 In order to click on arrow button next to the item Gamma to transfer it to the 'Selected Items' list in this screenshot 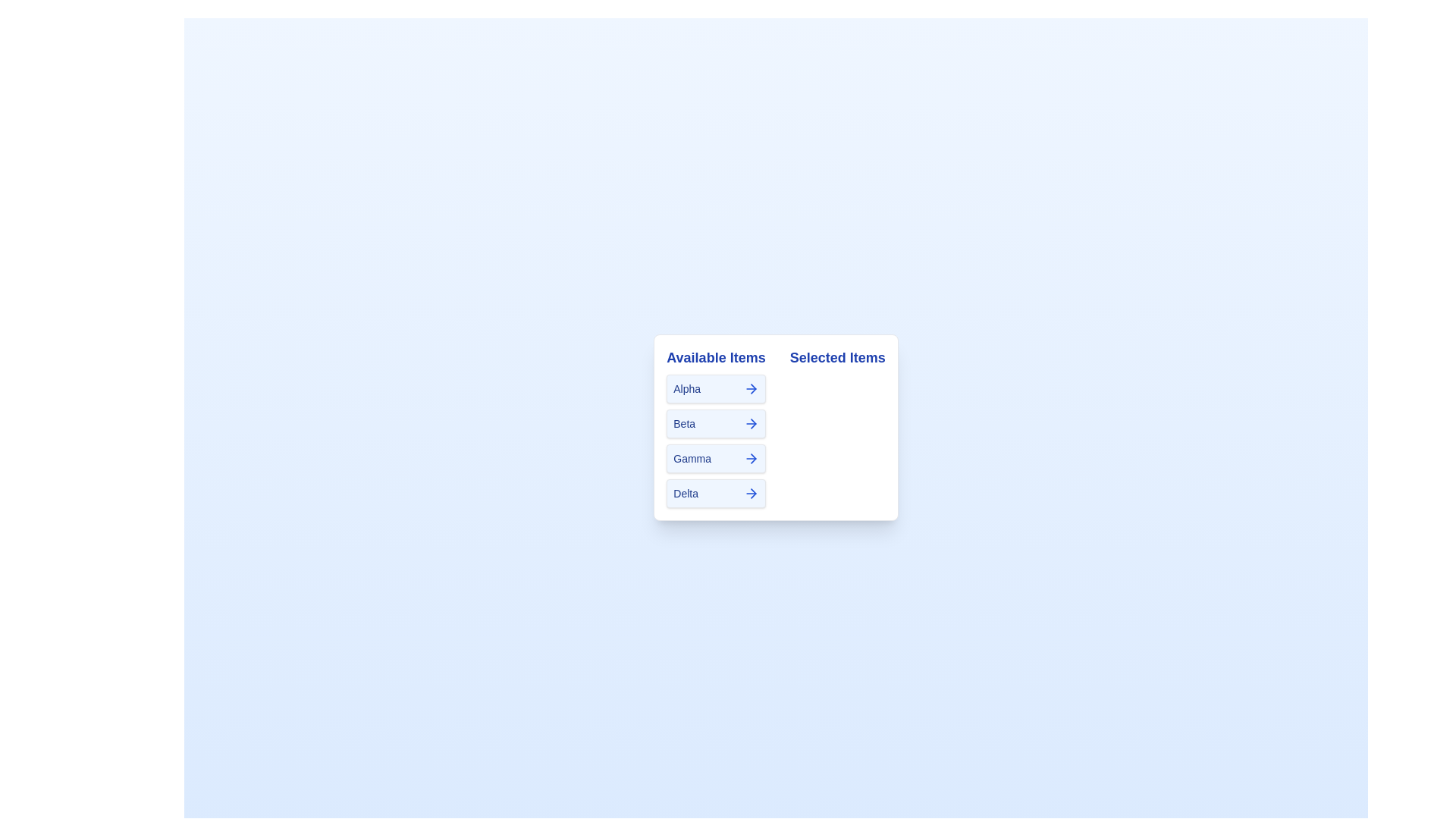, I will do `click(751, 458)`.